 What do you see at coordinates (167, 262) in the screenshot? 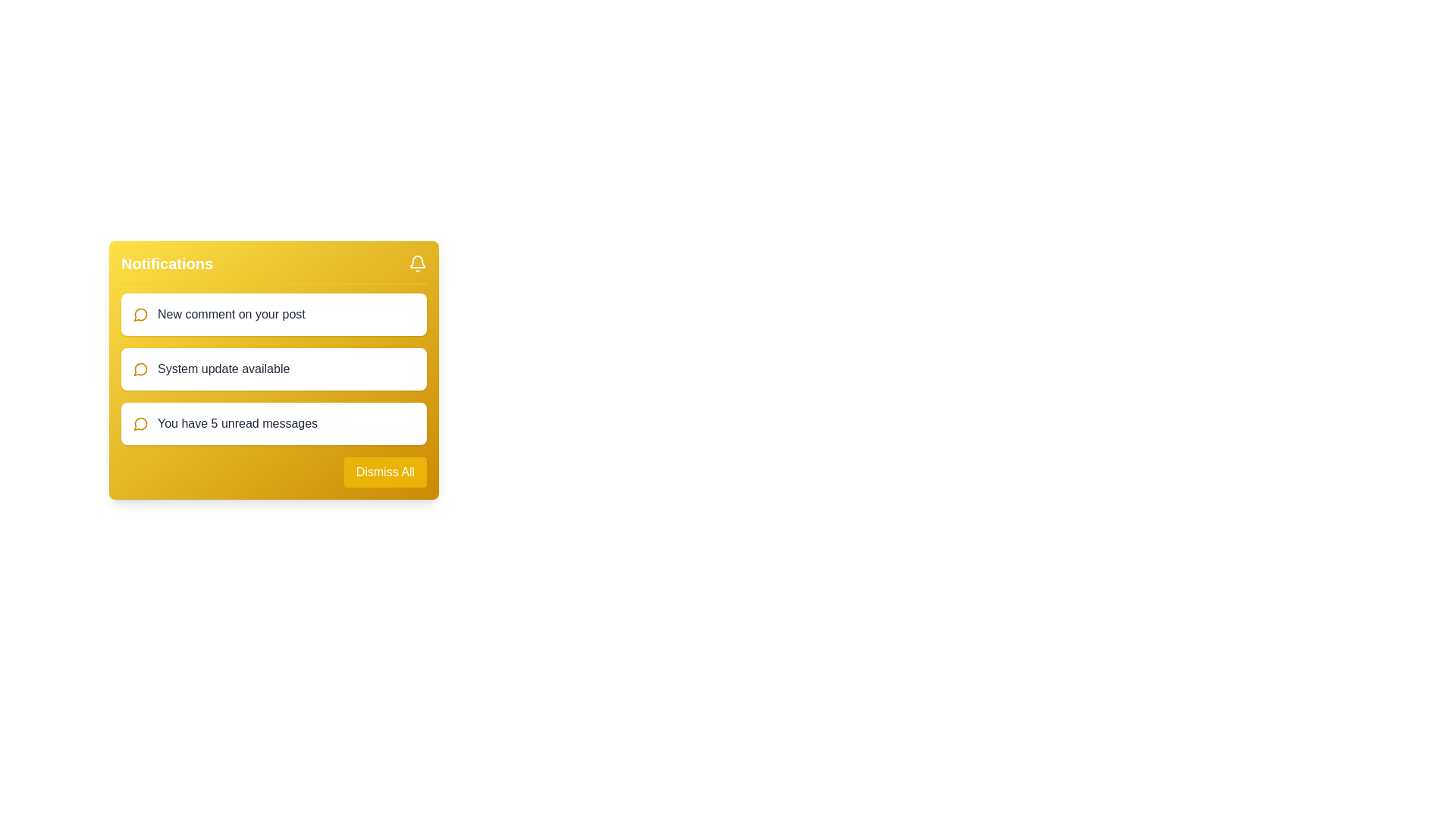
I see `bold white text labeled 'Notifications' displayed in a large font size on a yellow background, located at the top-left corner of the notification panel` at bounding box center [167, 262].